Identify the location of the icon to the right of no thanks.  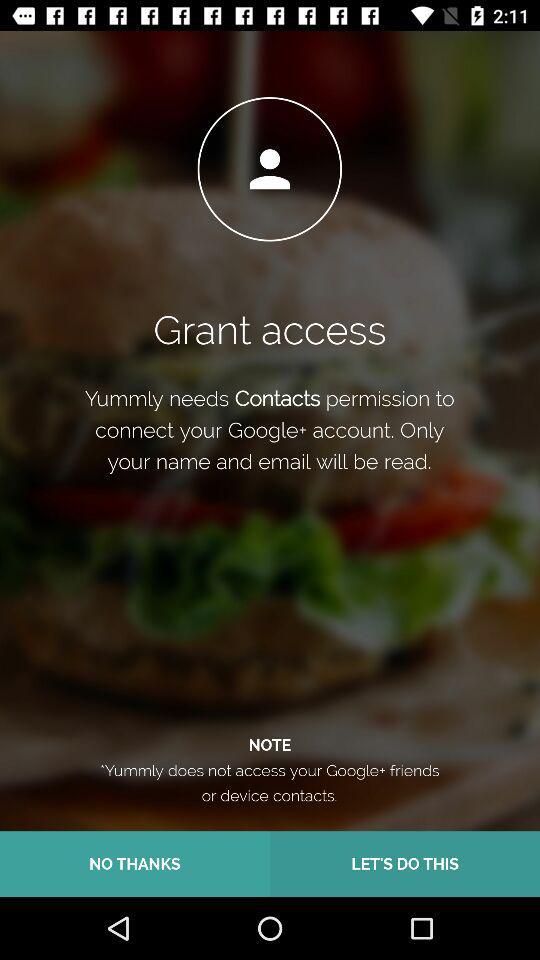
(405, 863).